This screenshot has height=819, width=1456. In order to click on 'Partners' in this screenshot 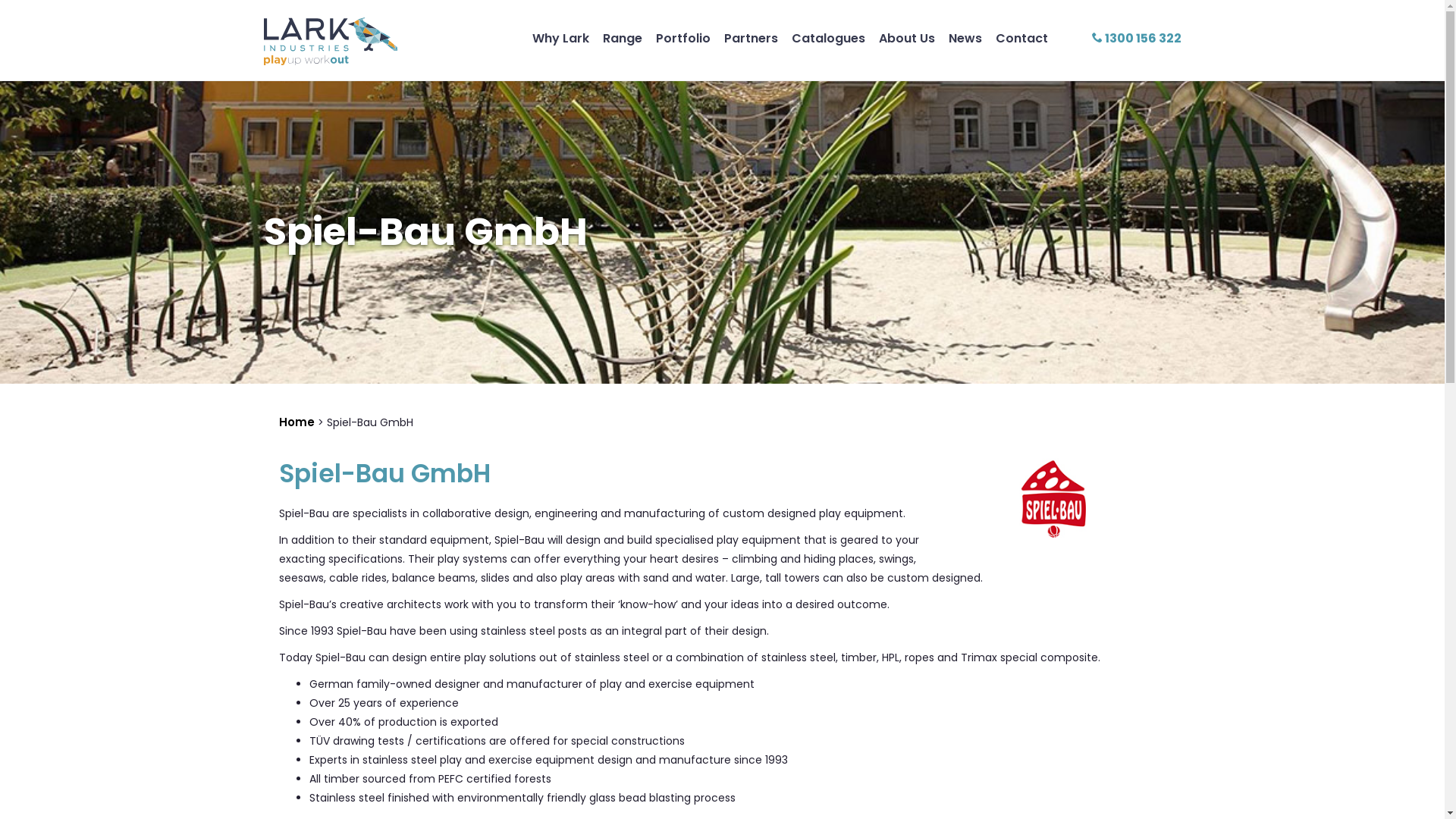, I will do `click(750, 37)`.